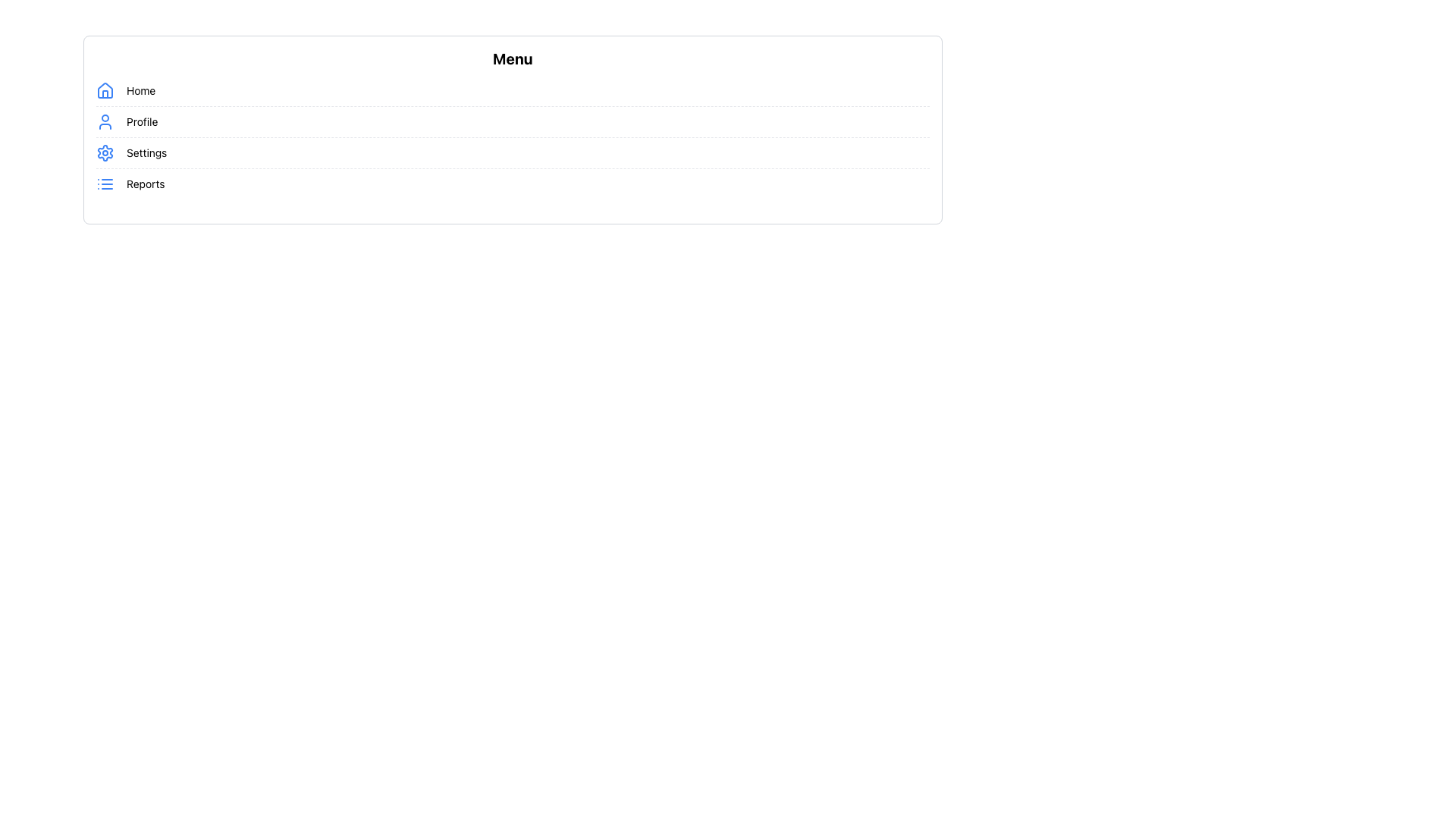  I want to click on the 'Home' icon located at the leftmost side of the row labeled 'Home' in the menu list, which serves as a visual reference for the user's main interface, so click(105, 90).